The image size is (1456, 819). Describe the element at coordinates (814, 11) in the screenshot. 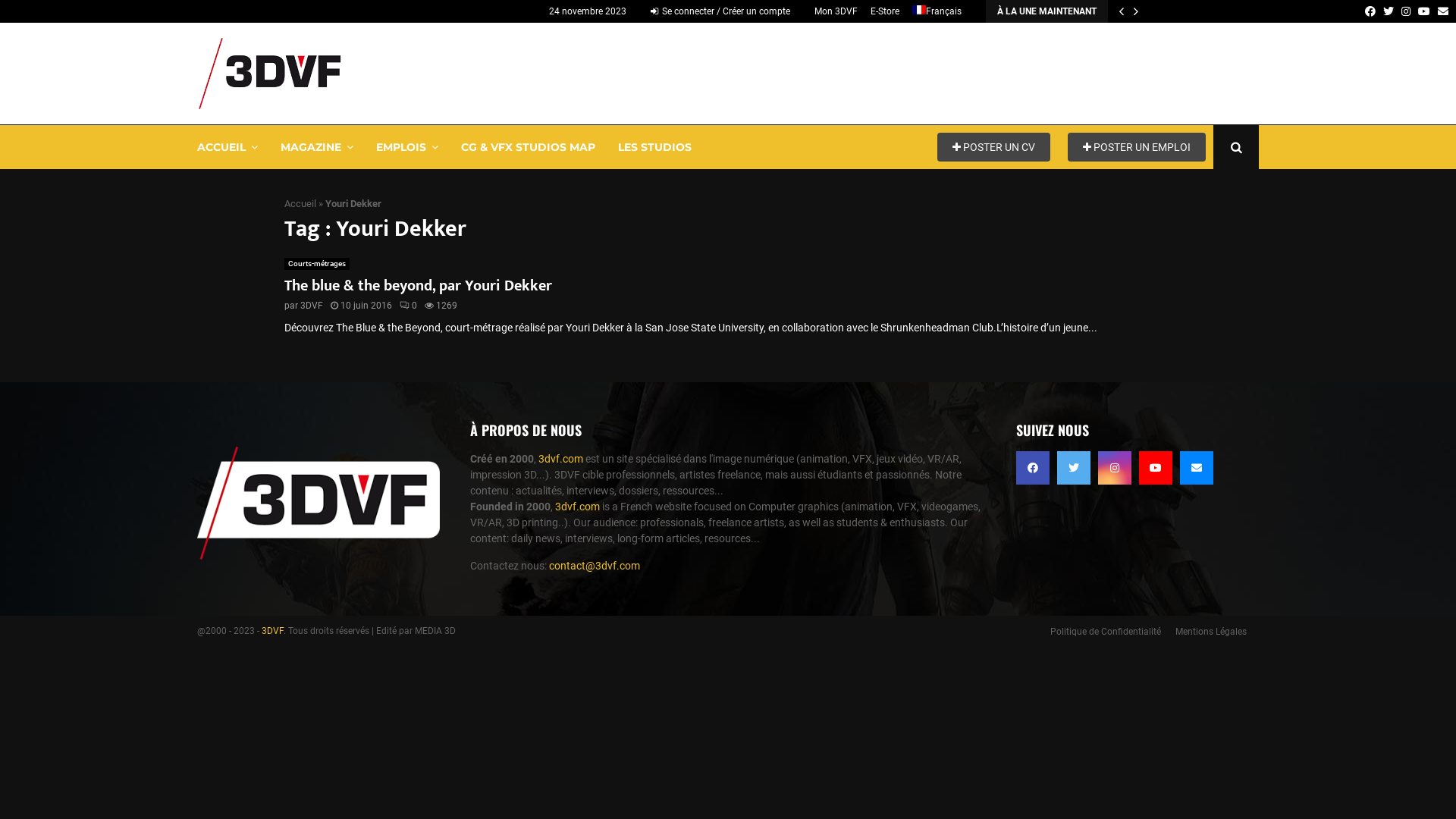

I see `'Mon 3DVF'` at that location.